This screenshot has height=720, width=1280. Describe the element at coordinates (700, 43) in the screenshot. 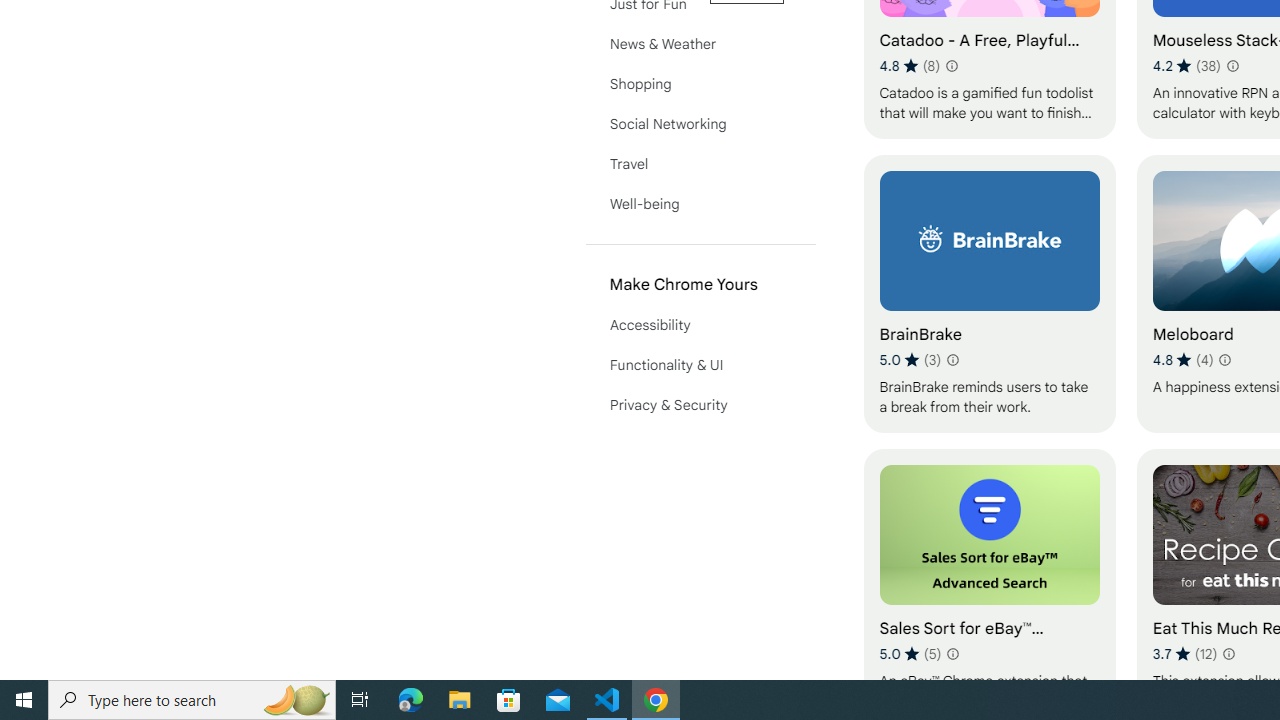

I see `'News & Weather'` at that location.